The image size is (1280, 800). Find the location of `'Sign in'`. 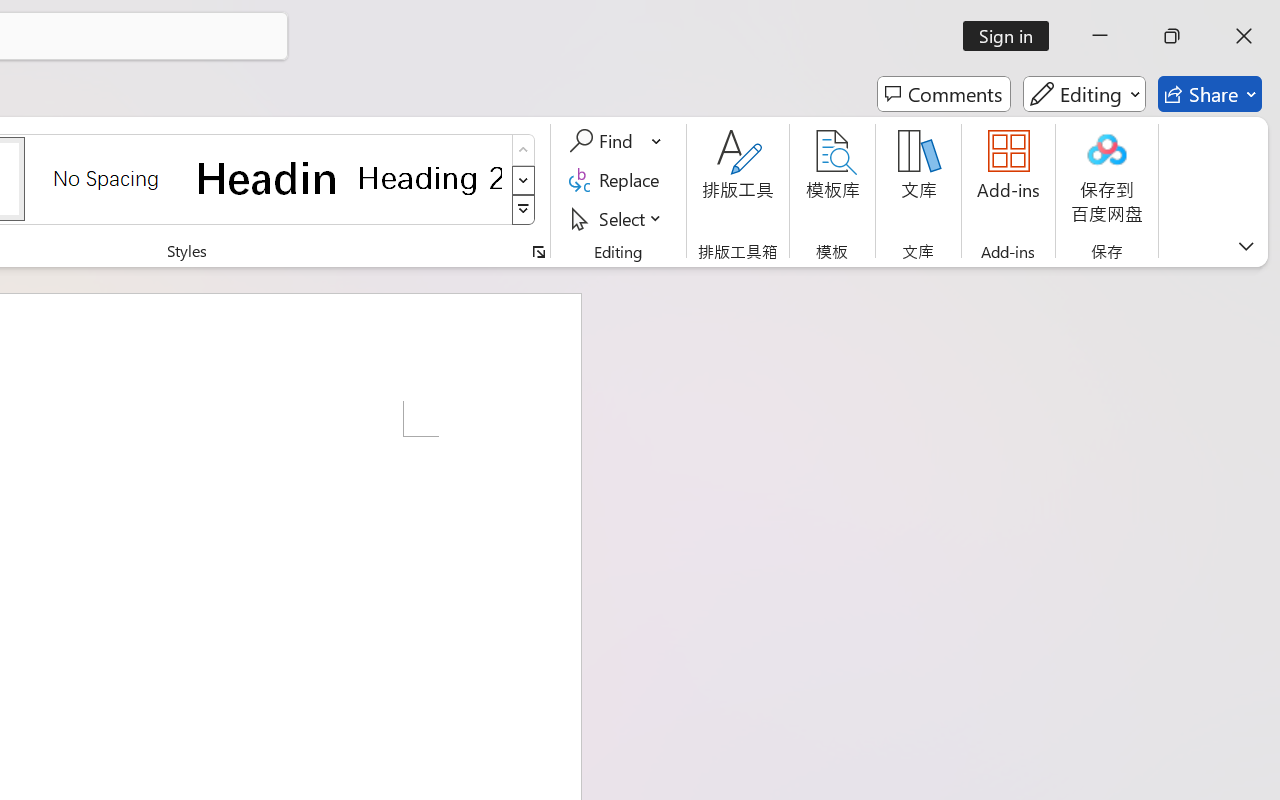

'Sign in' is located at coordinates (1013, 35).